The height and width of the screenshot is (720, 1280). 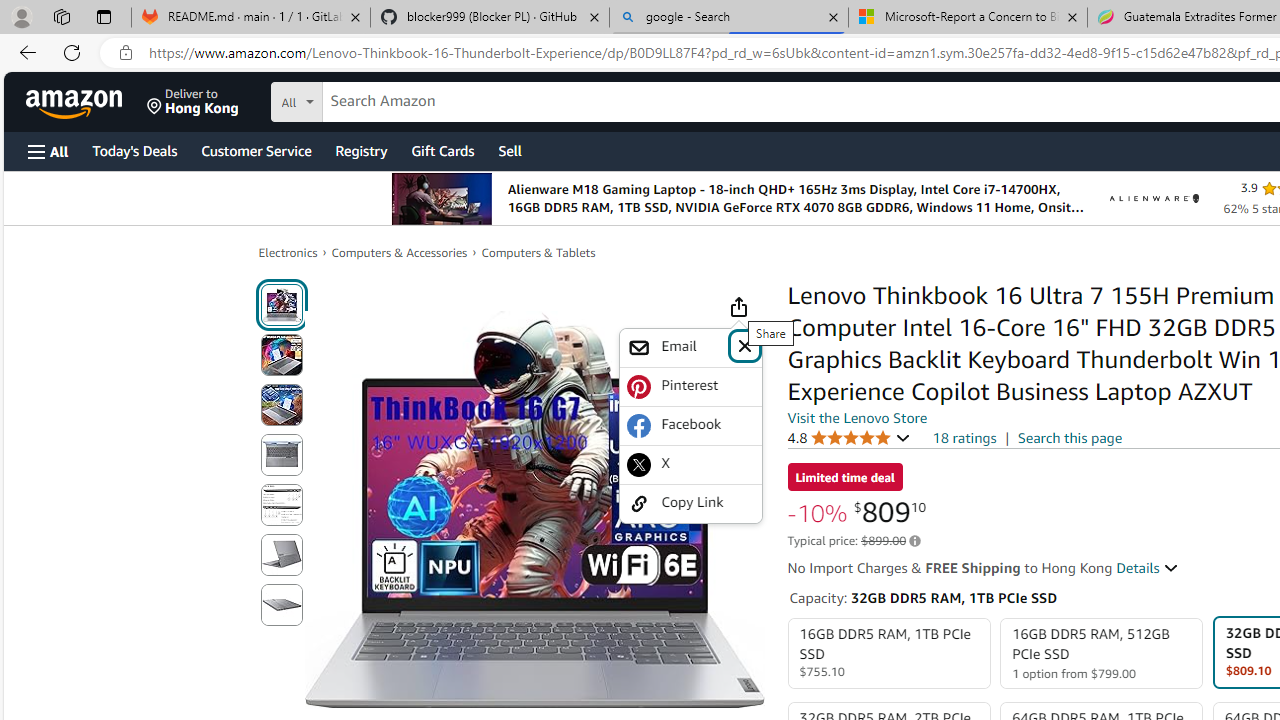 I want to click on 'Visit the Lenovo Store', so click(x=857, y=416).